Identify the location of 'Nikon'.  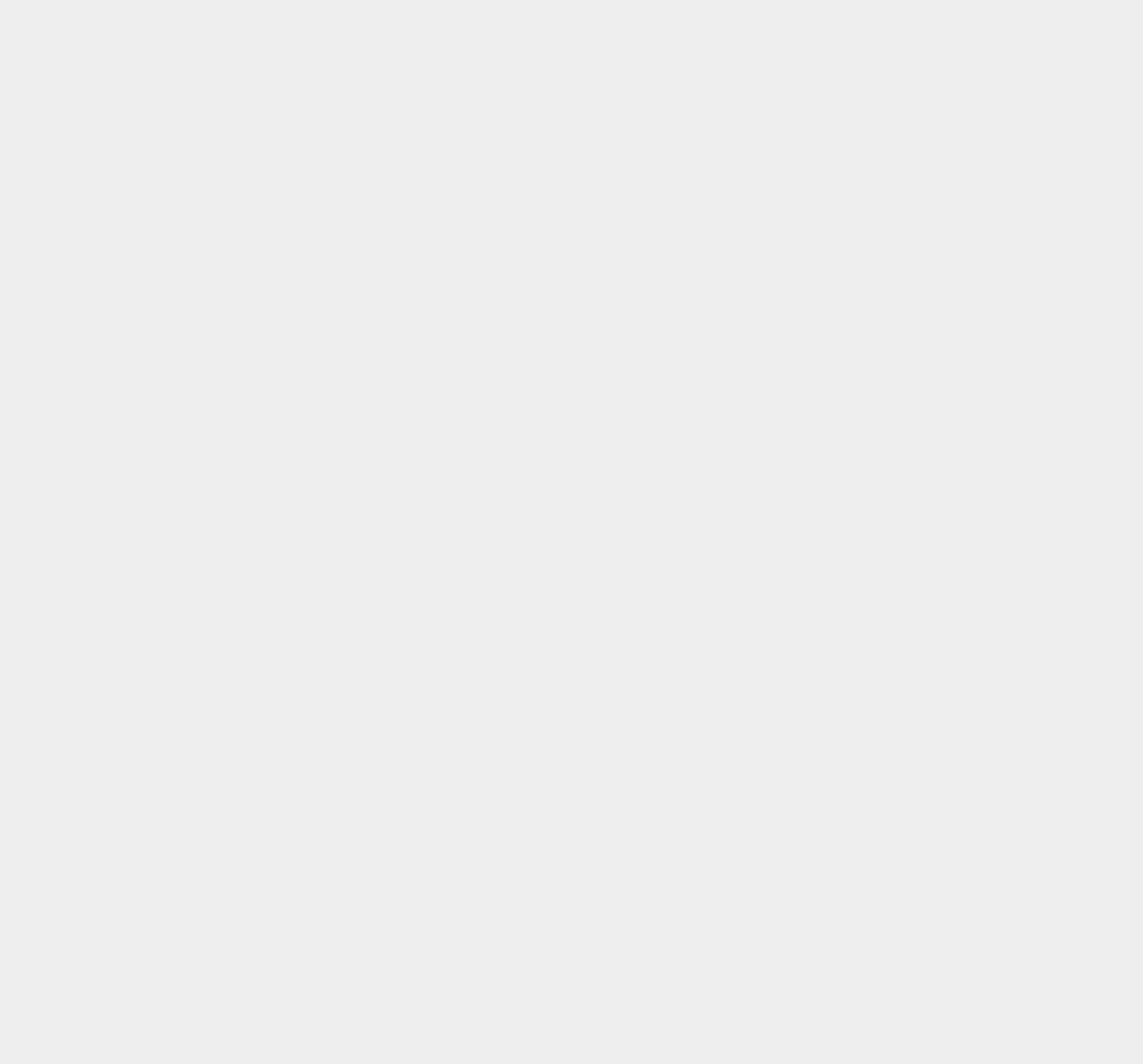
(807, 496).